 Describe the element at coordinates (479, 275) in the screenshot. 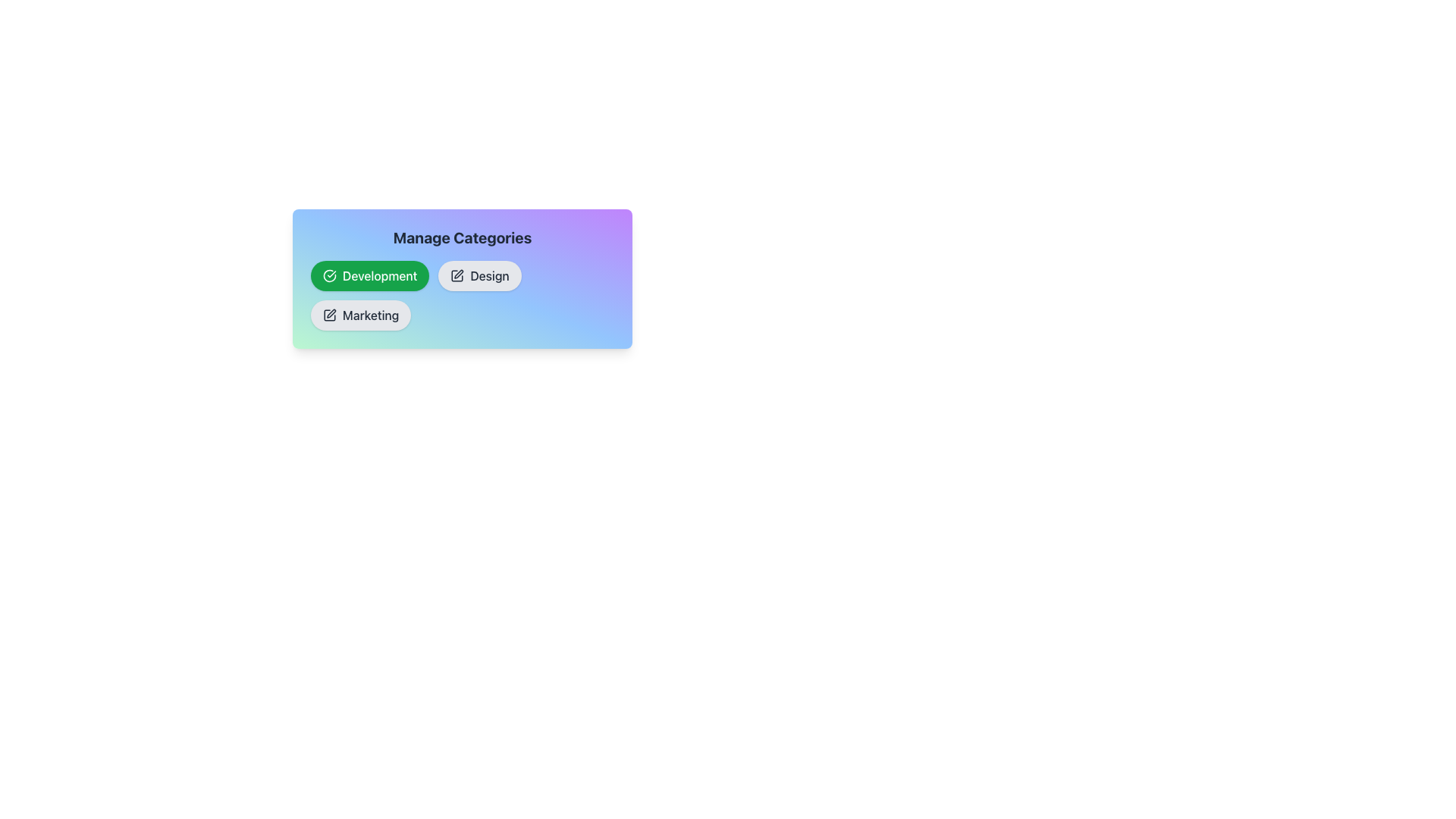

I see `the second interactive button for managing the 'Design' category, located within the 'Manage Categories' section, to provide visual feedback` at that location.